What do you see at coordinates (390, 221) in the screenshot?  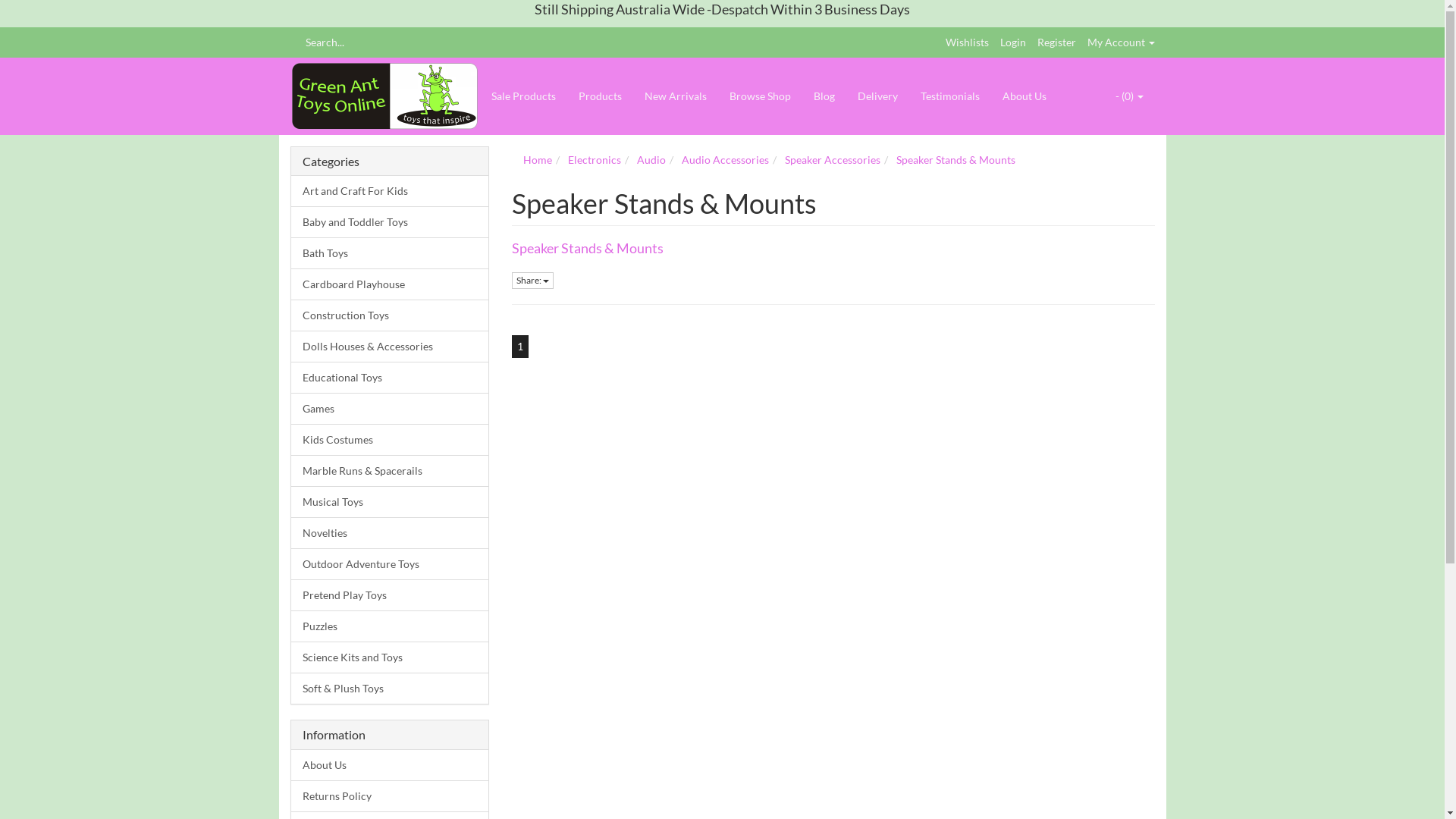 I see `'Baby and Toddler Toys'` at bounding box center [390, 221].